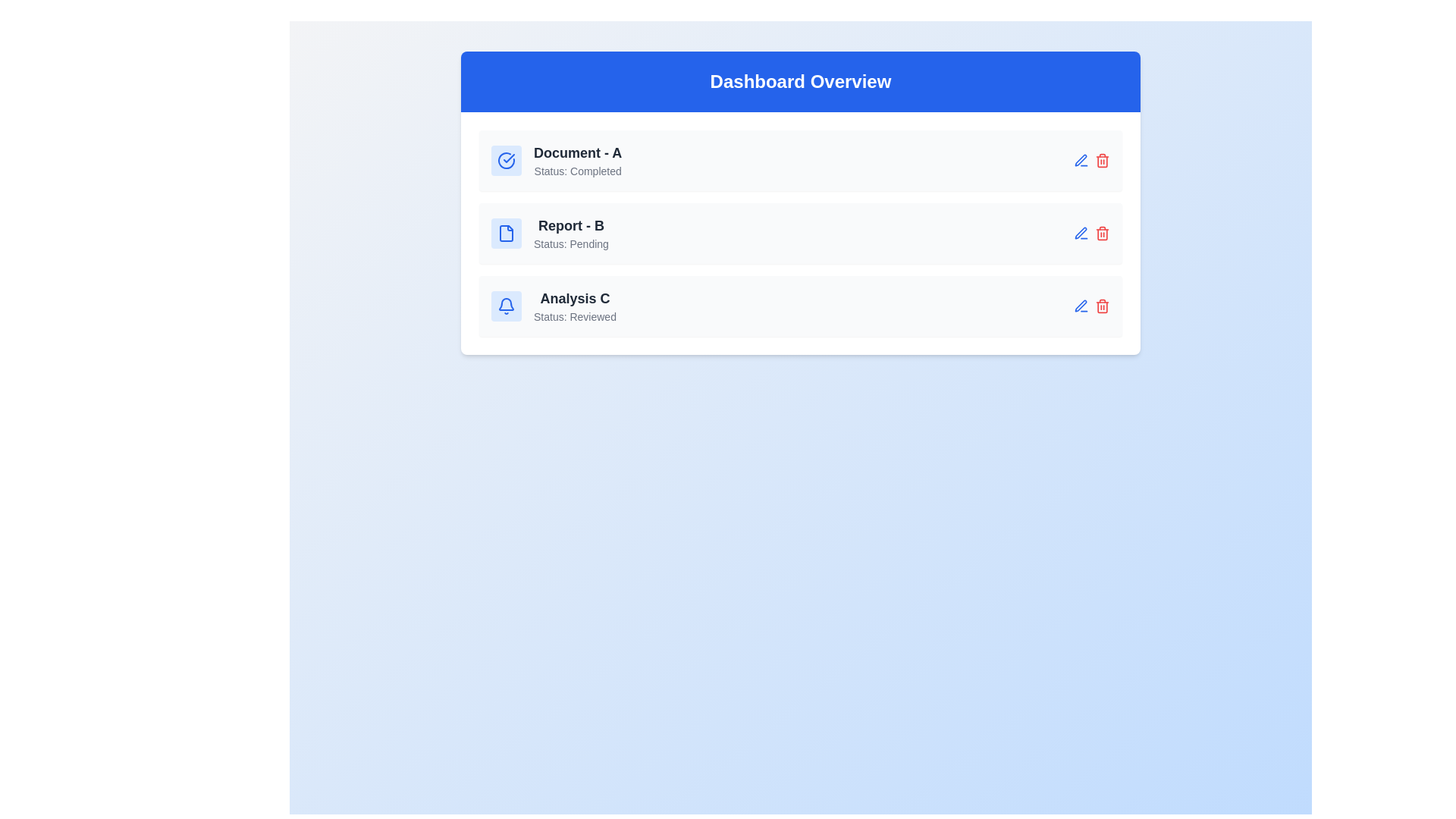  Describe the element at coordinates (570, 243) in the screenshot. I see `the status indicator displaying 'Status: Pending', which is located beneath the label 'Report - B' in the central content section` at that location.